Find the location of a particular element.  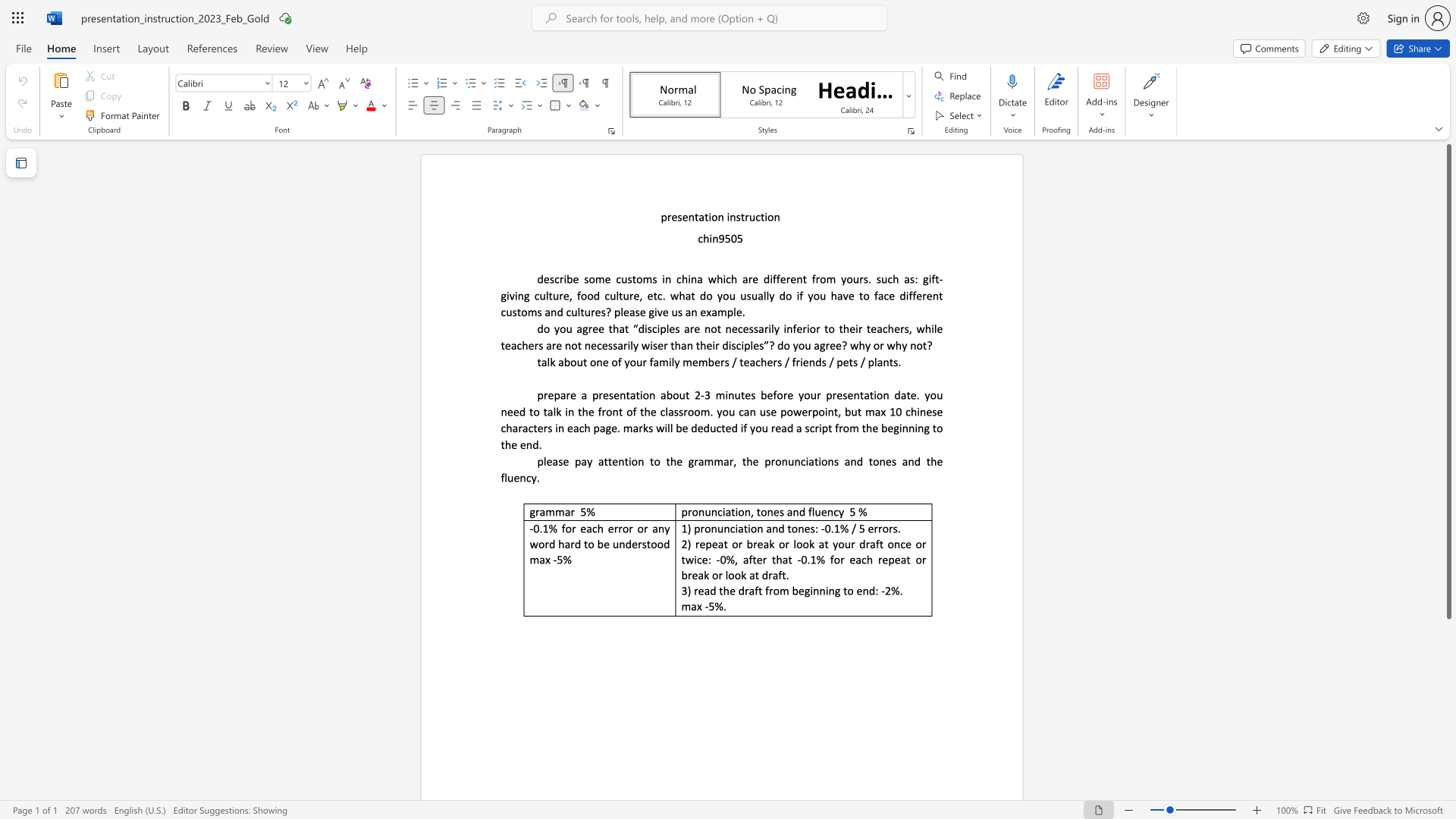

the scrollbar on the right to move the page downward is located at coordinates (1448, 742).